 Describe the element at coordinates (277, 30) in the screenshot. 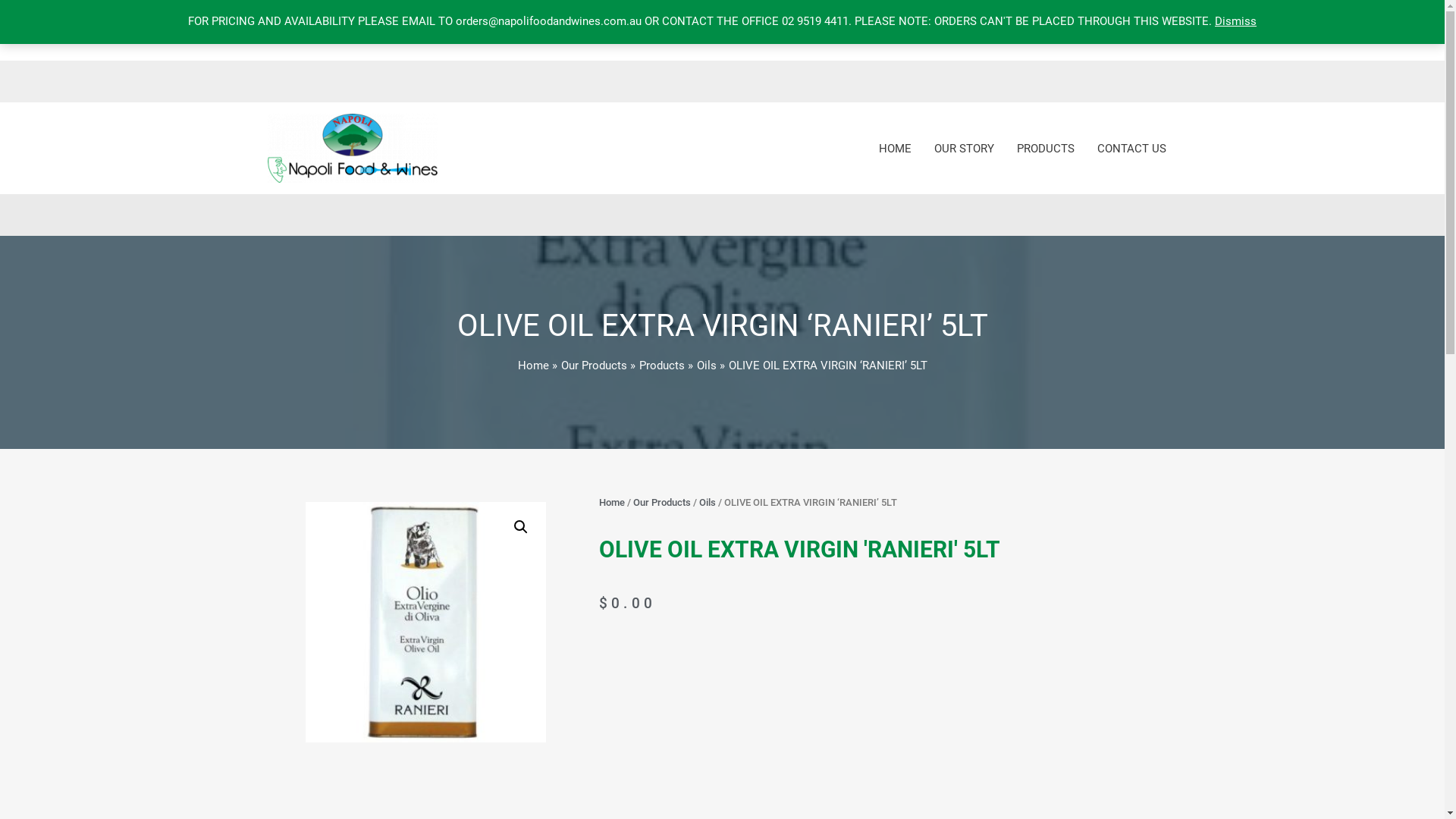

I see `'0'` at that location.